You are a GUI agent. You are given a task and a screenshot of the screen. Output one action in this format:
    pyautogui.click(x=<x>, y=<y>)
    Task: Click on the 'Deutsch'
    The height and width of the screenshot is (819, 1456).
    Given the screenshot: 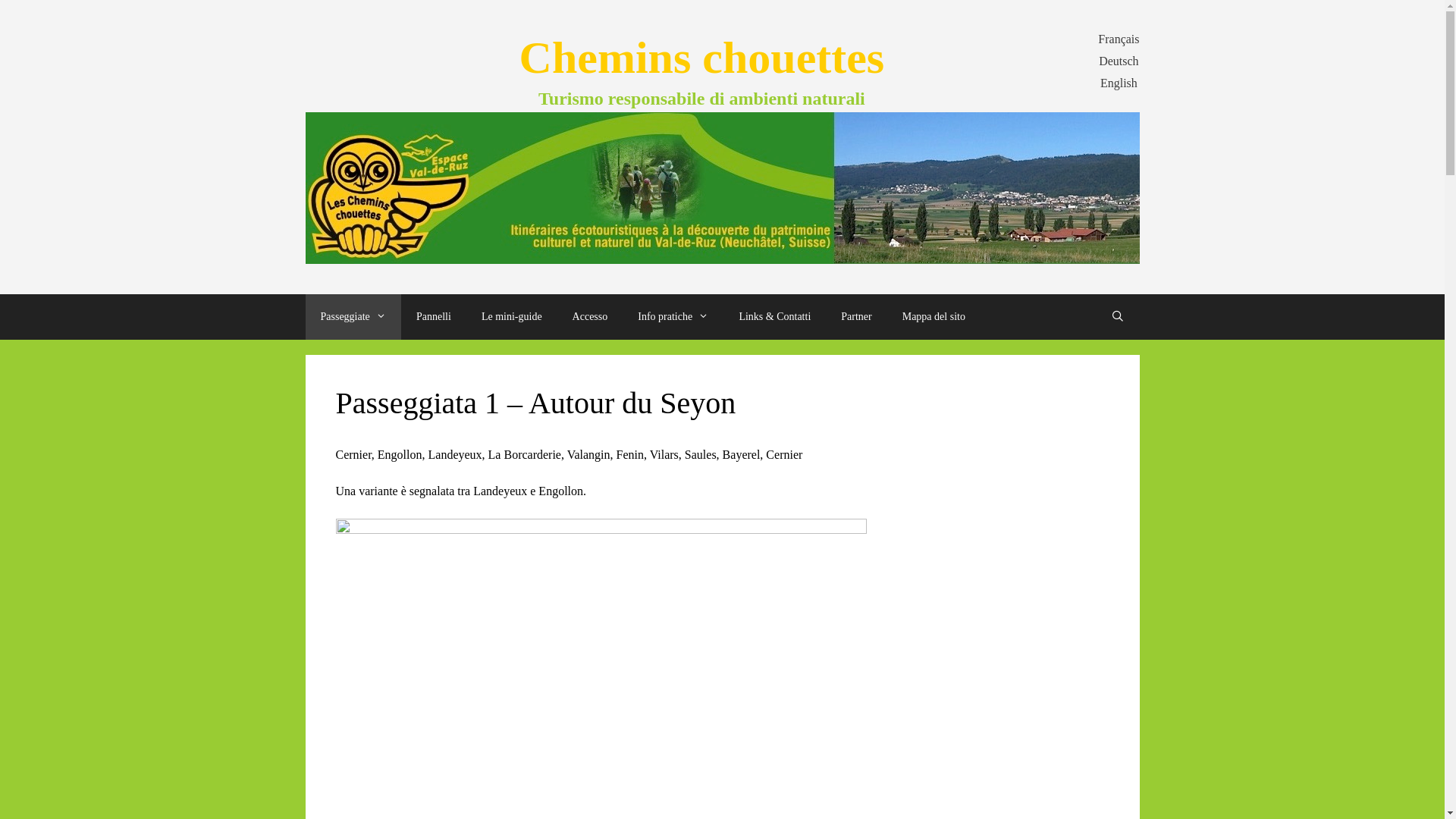 What is the action you would take?
    pyautogui.click(x=1118, y=60)
    